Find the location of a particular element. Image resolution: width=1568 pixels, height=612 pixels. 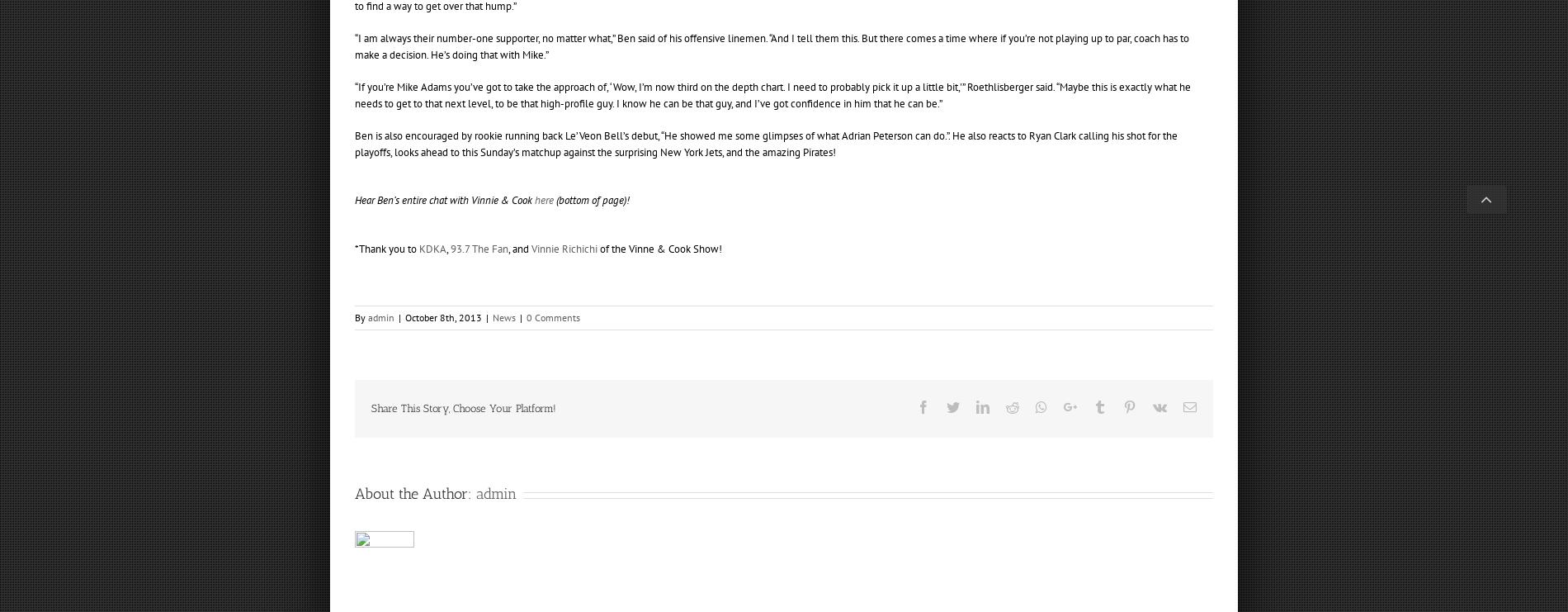

'Share This Story, Choose Your Platform!' is located at coordinates (464, 408).